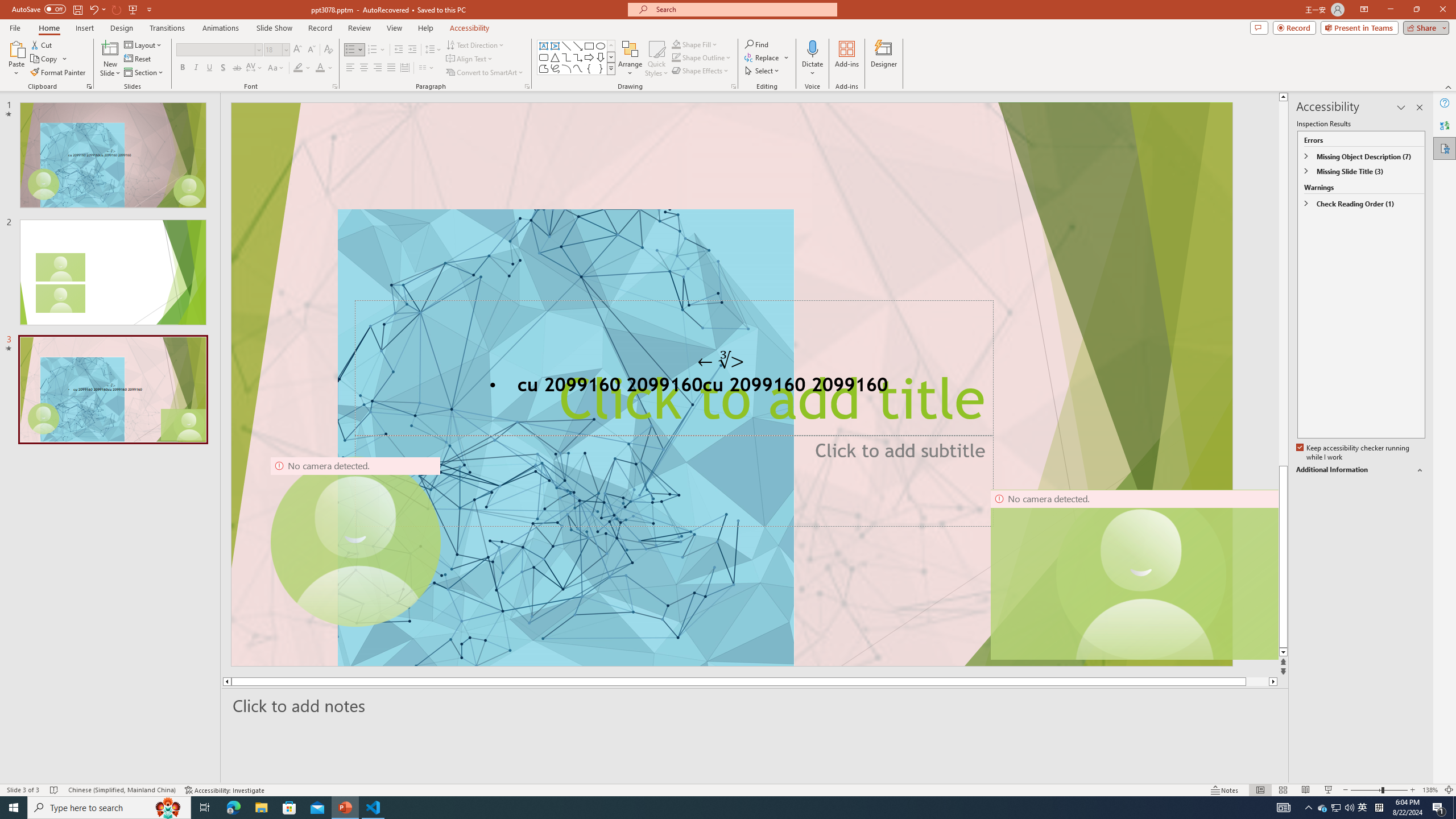 The image size is (1456, 819). Describe the element at coordinates (676, 44) in the screenshot. I see `'Shape Fill Dark Green, Accent 2'` at that location.